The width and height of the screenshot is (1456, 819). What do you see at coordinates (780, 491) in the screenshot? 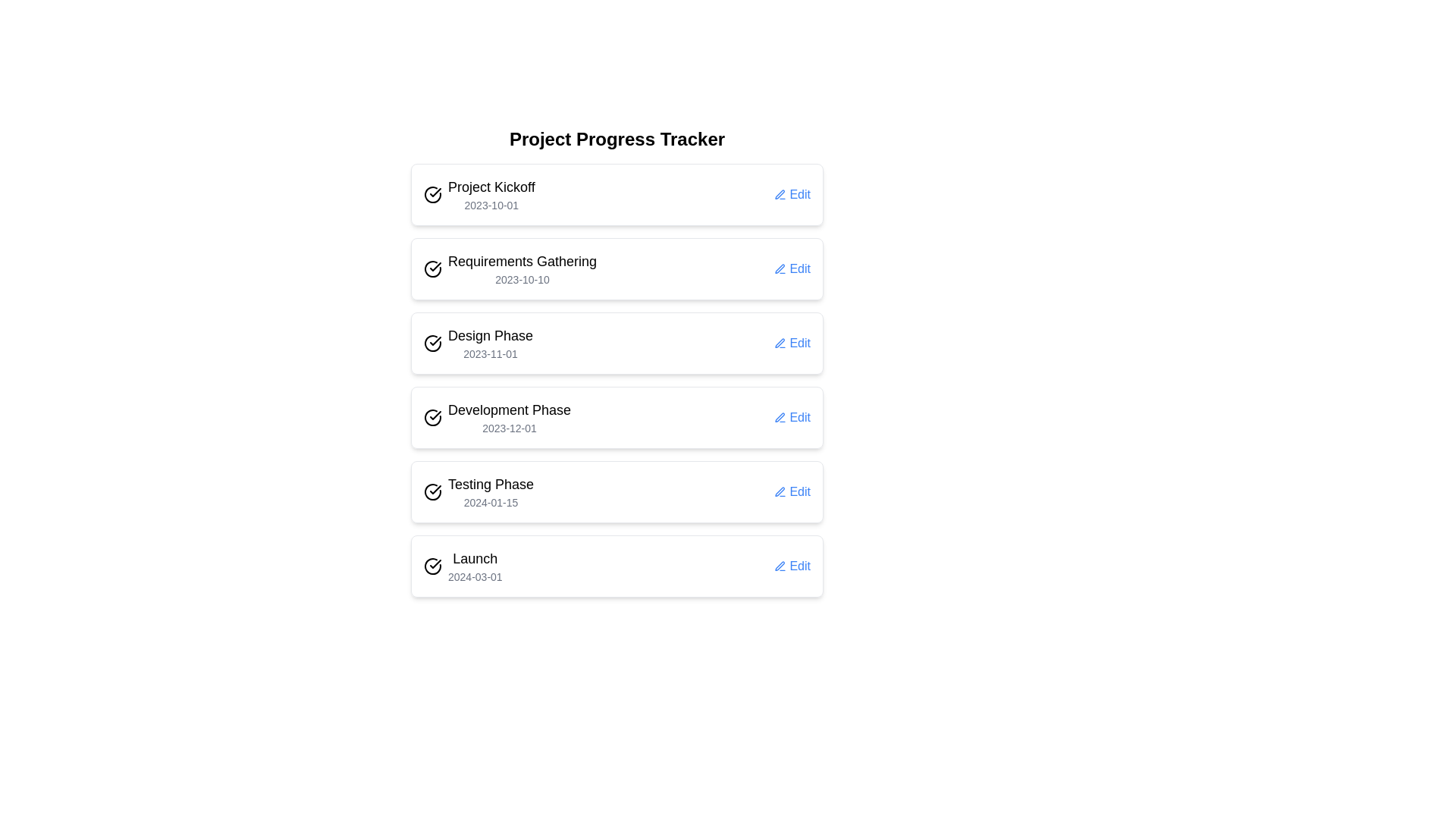
I see `the pen-shaped icon, which symbolizes editing functionality, located to the left of the 'Edit' text in the 'Testing Phase' row dated '2024-01-15', to initiate editing` at bounding box center [780, 491].